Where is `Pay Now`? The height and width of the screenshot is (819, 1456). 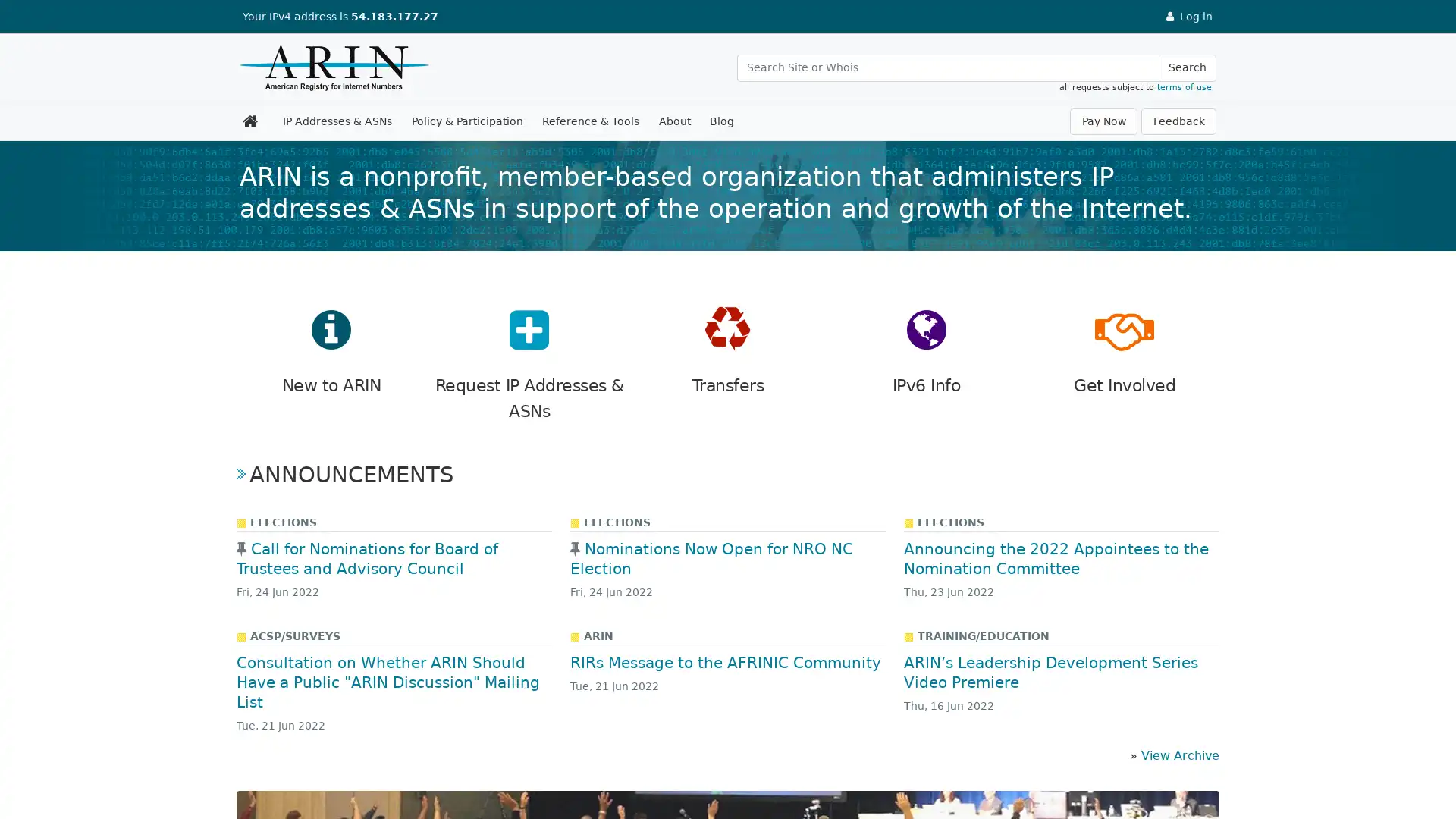
Pay Now is located at coordinates (1103, 120).